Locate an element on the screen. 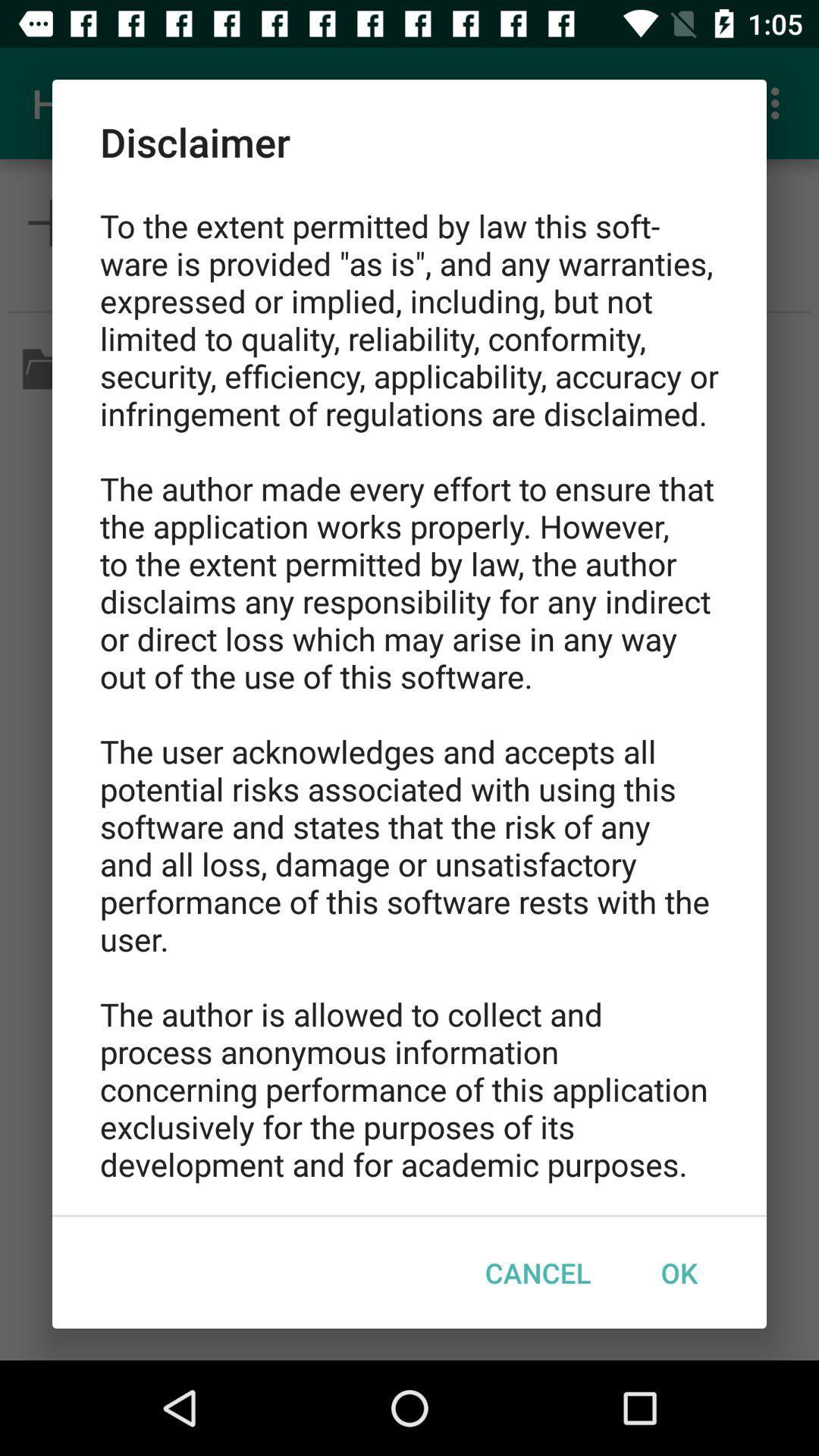 This screenshot has width=819, height=1456. item at the bottom is located at coordinates (537, 1272).